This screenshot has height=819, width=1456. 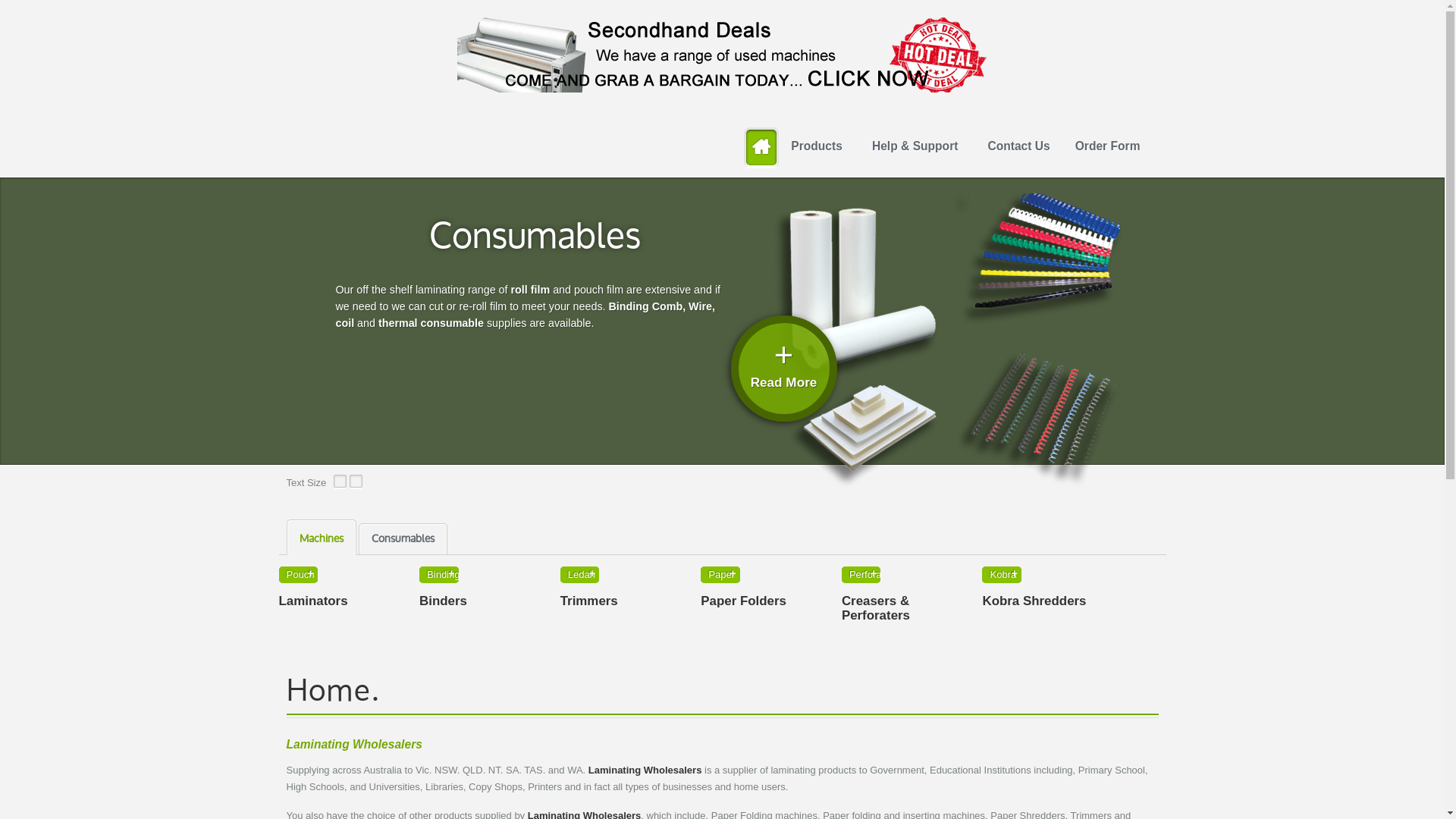 I want to click on 'Increase Text Size', so click(x=355, y=485).